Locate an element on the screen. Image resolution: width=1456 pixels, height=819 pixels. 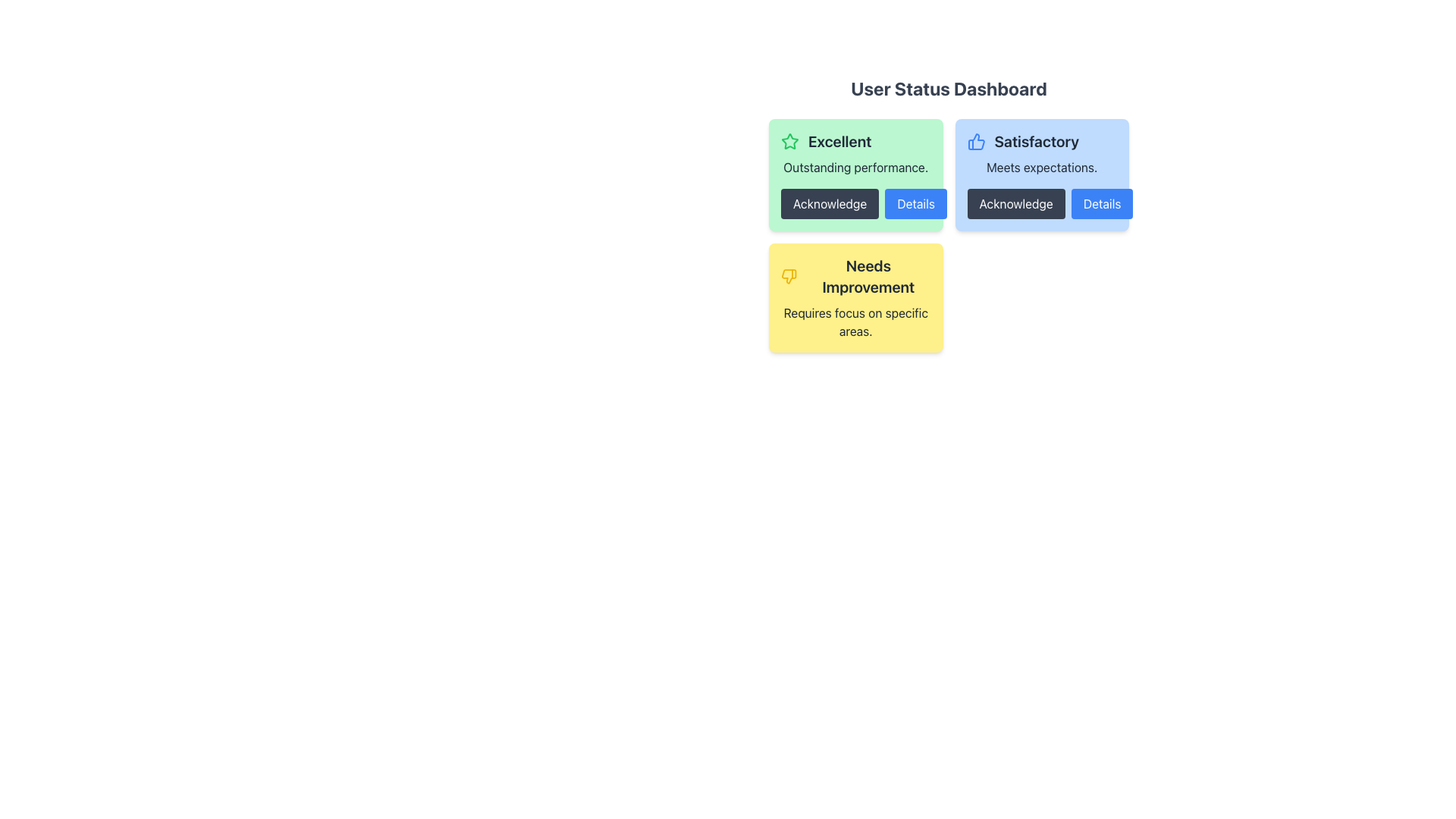
the 'Excellent' performance status label with icon located at the top-left corner inside the green card labeled 'Outstanding performance.' is located at coordinates (855, 141).